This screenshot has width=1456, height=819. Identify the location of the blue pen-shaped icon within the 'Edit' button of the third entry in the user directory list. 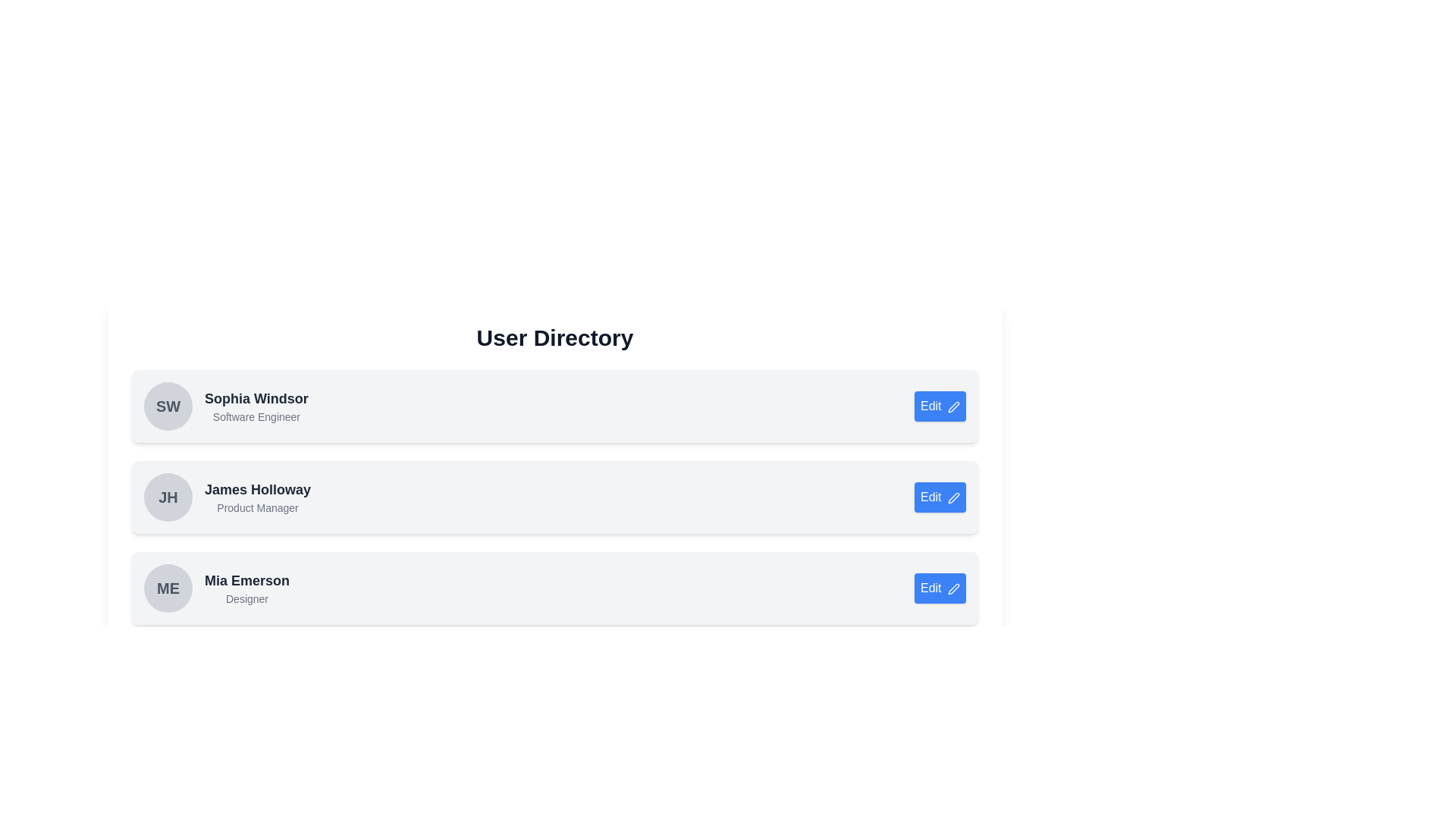
(952, 587).